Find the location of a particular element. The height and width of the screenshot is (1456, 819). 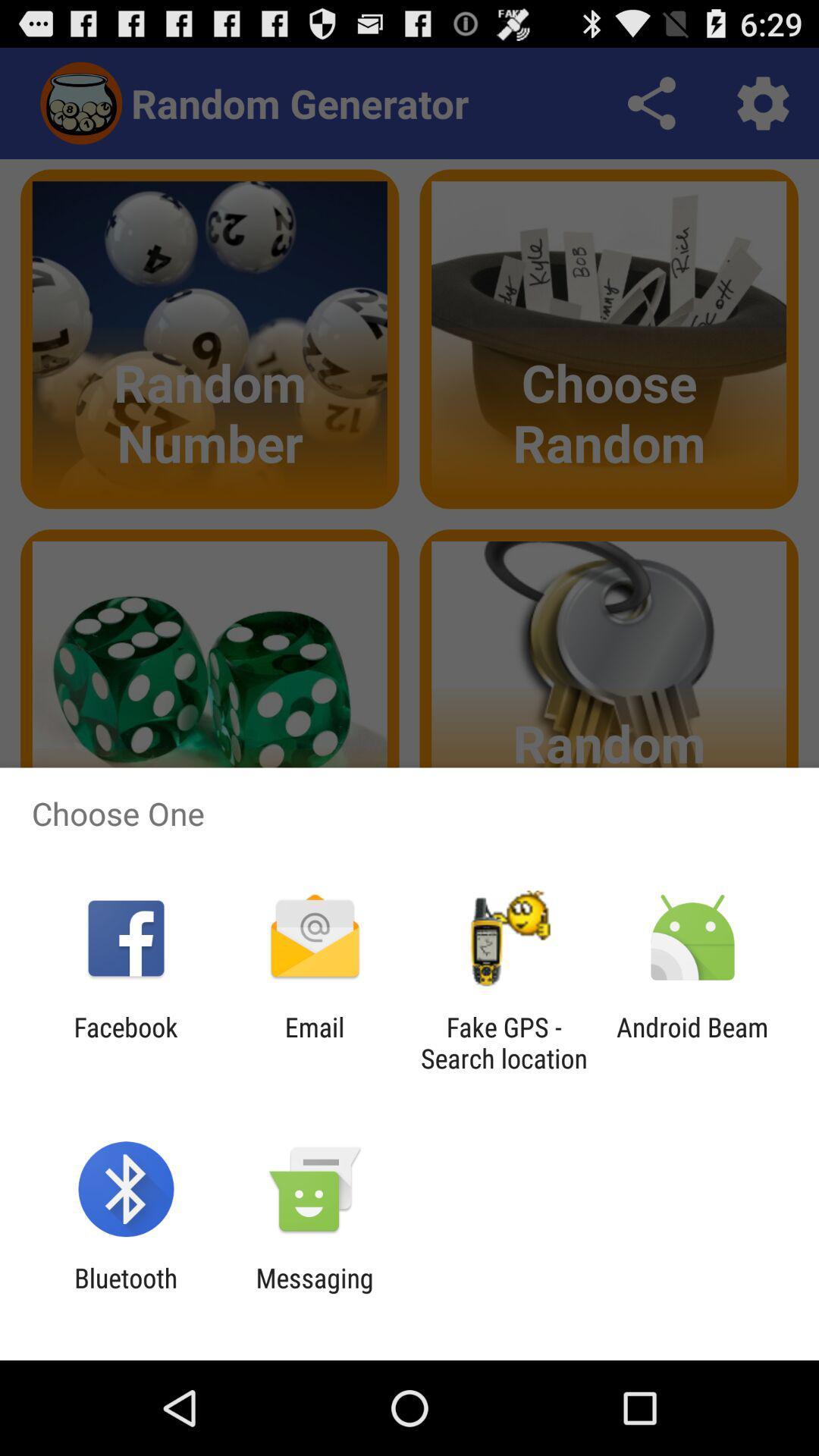

the messaging app is located at coordinates (314, 1293).